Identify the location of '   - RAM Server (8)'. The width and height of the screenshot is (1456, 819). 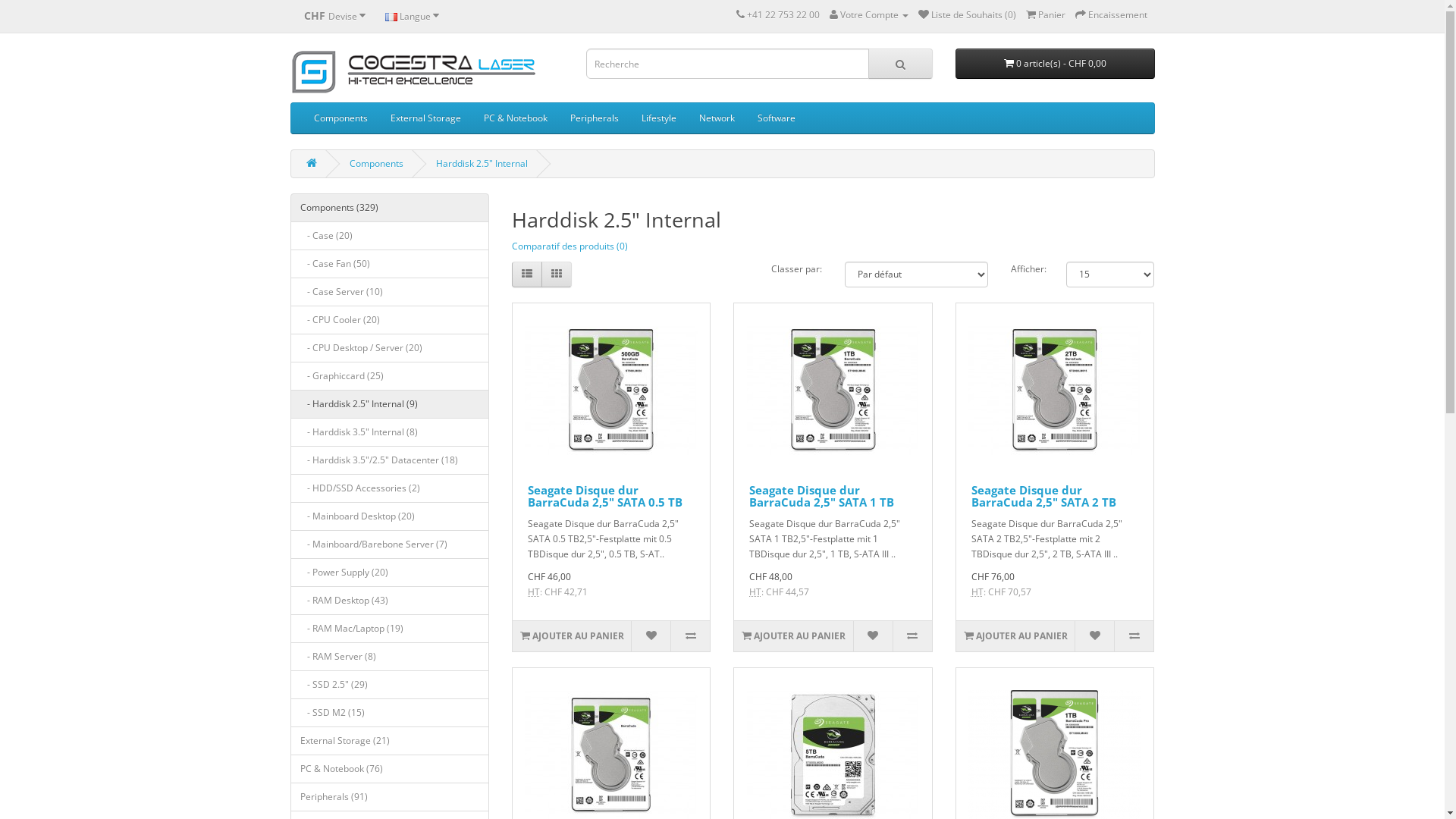
(389, 656).